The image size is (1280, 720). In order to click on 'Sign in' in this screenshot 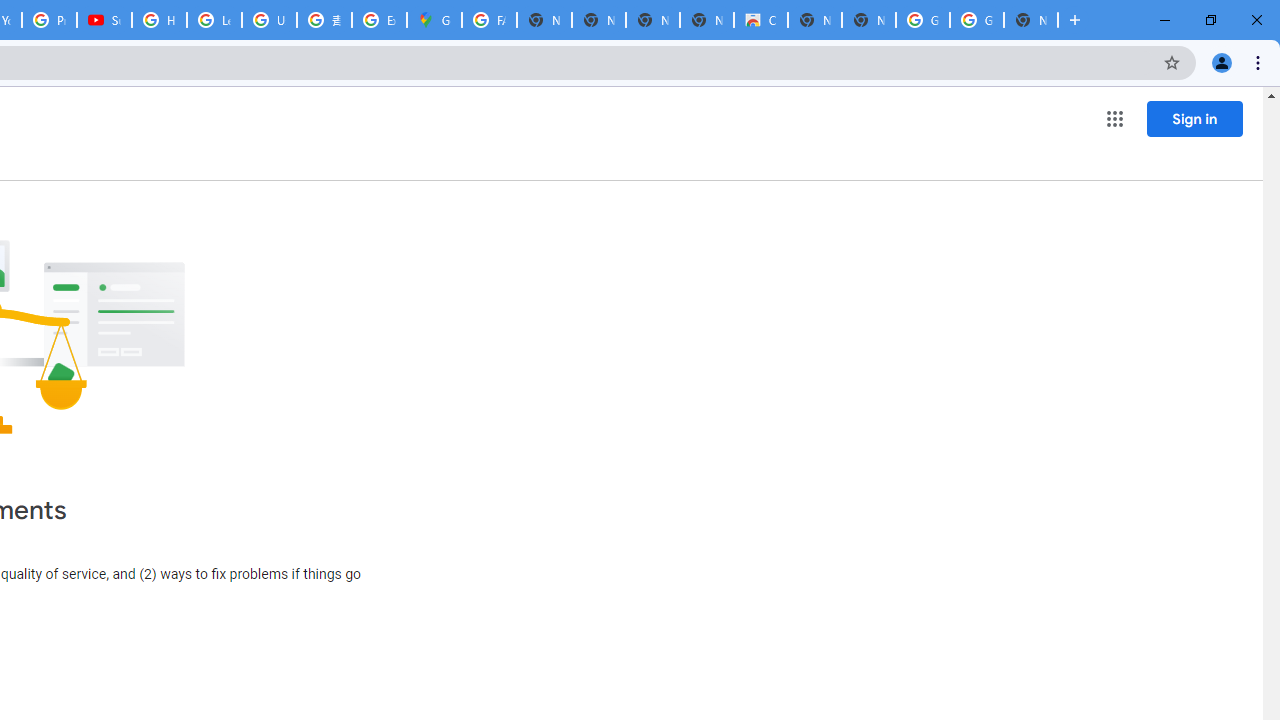, I will do `click(1194, 118)`.